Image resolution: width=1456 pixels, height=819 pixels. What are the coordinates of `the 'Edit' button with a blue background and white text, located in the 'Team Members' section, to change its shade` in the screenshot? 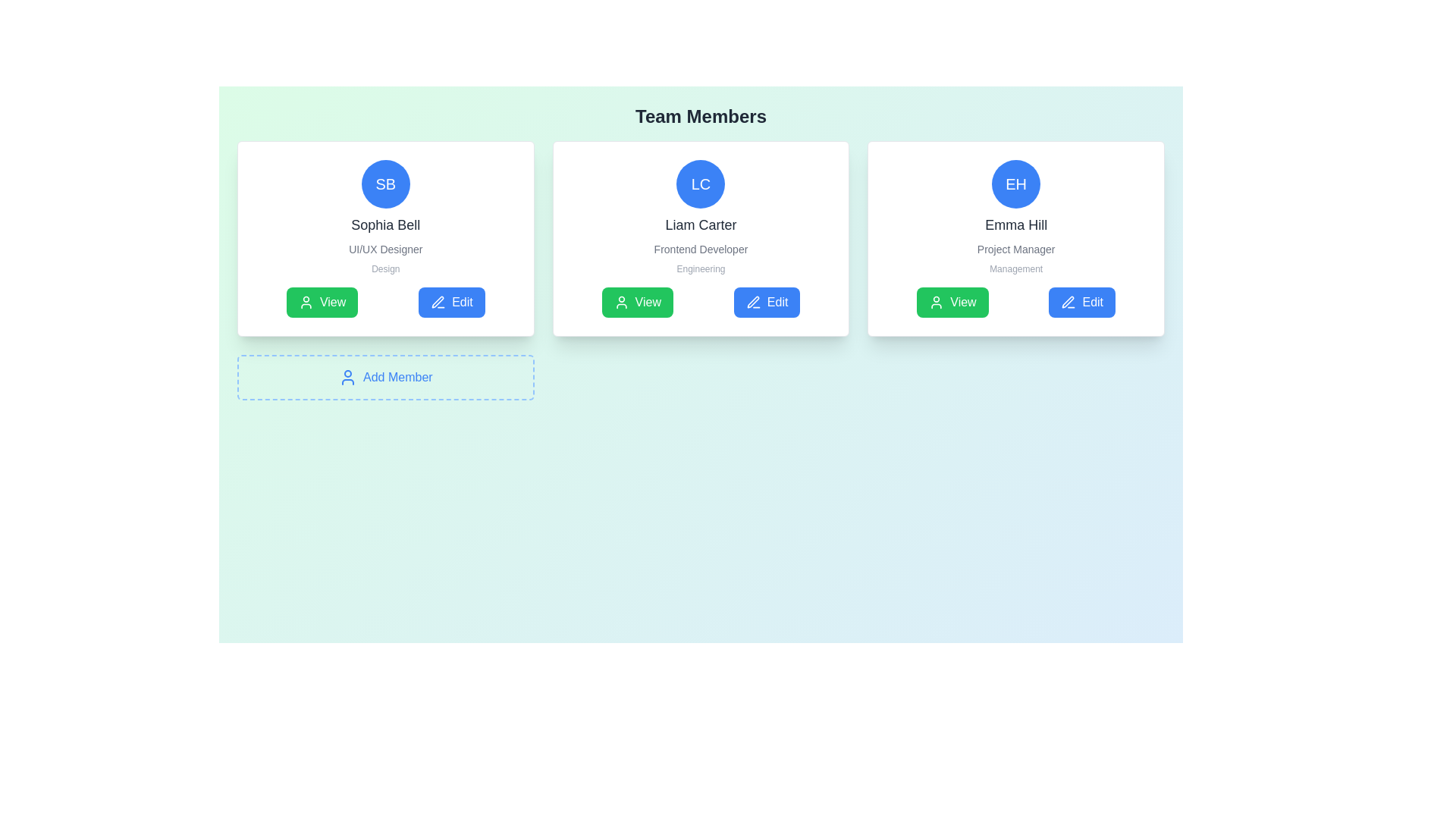 It's located at (767, 302).